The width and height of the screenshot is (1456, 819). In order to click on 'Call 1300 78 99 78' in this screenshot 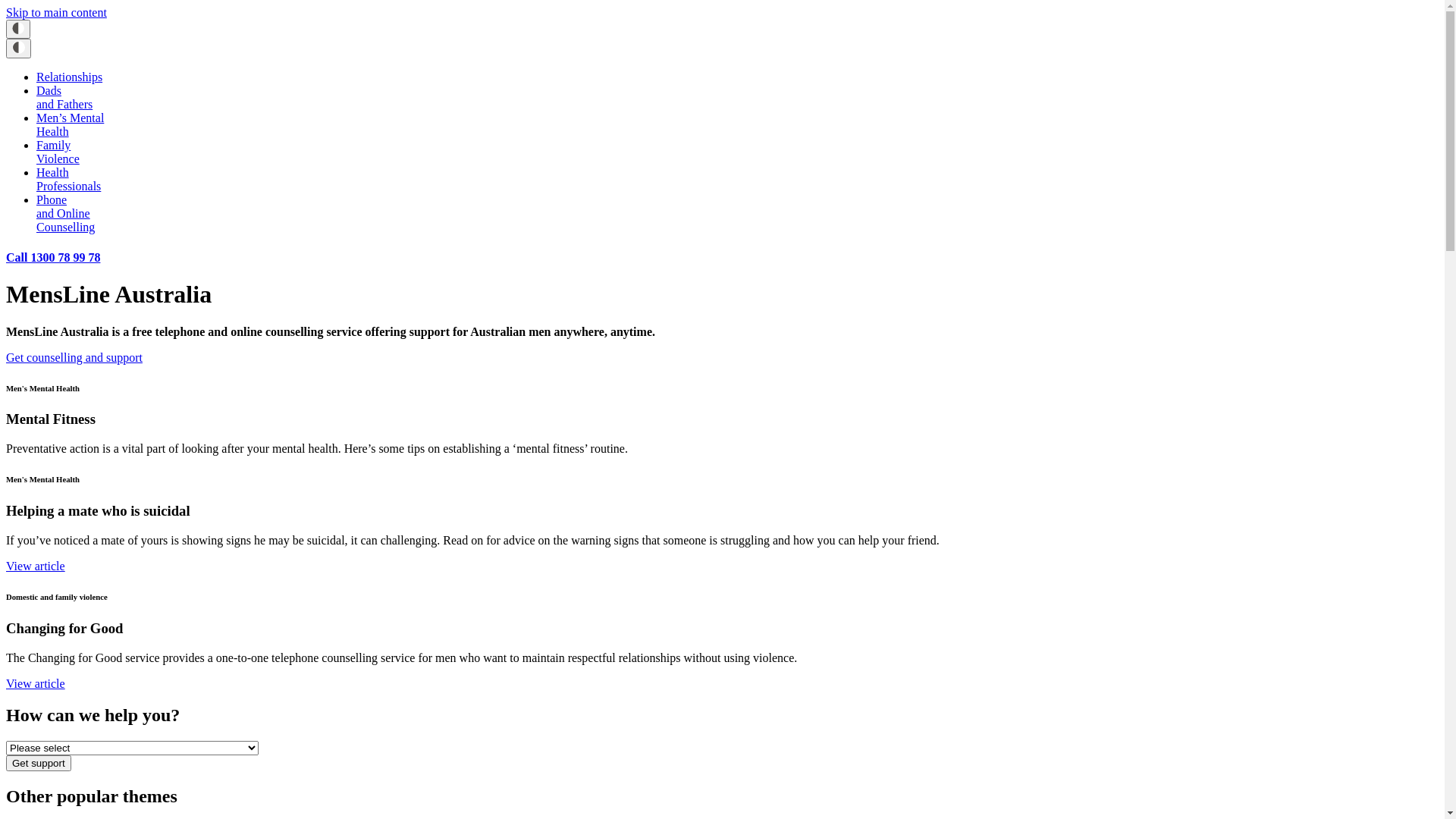, I will do `click(53, 256)`.